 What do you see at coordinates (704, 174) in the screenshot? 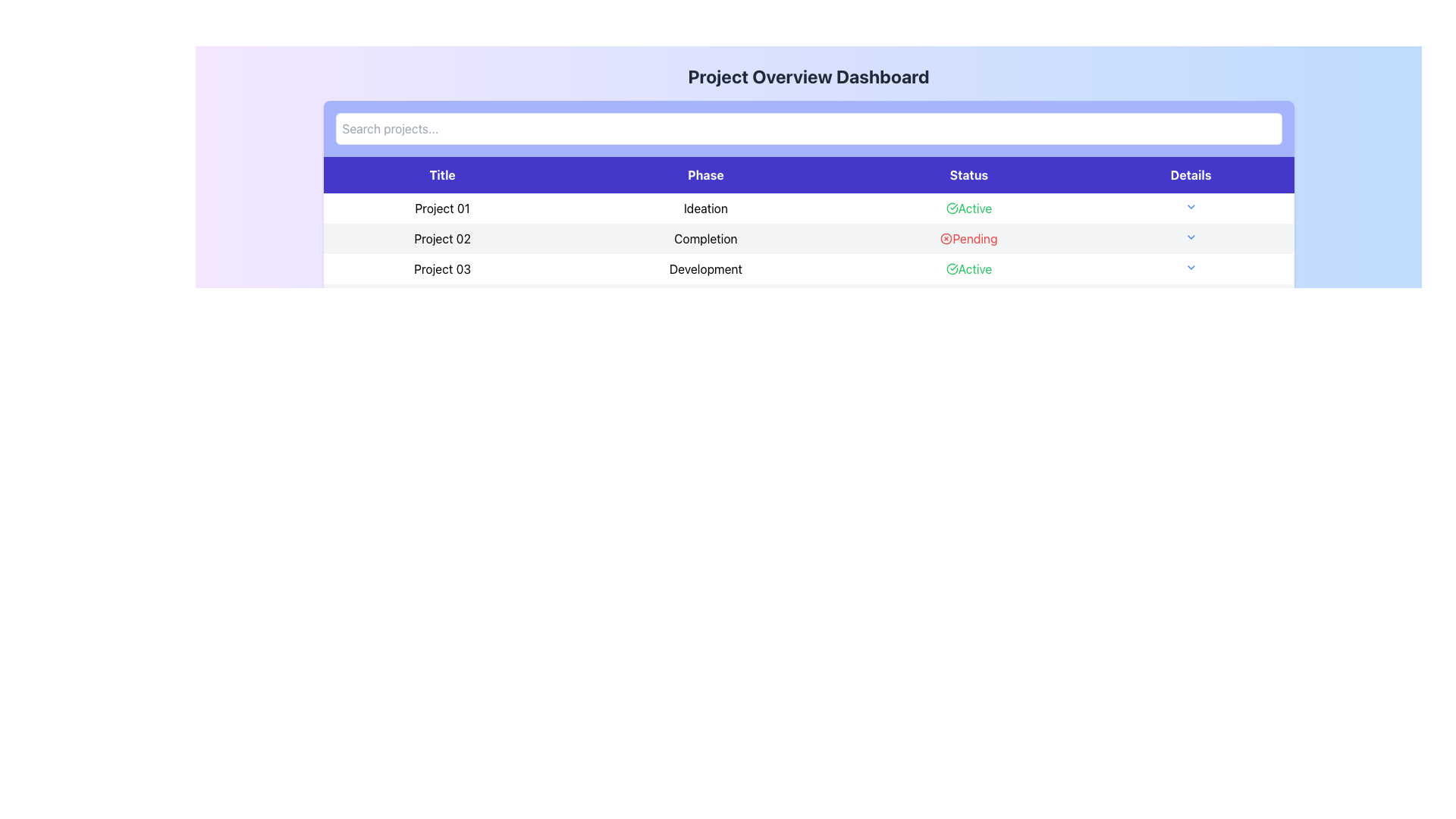
I see `the 'Phase' header text label in the blue bar at the top of the table, which is located between the 'Title' and 'Status' headers` at bounding box center [704, 174].